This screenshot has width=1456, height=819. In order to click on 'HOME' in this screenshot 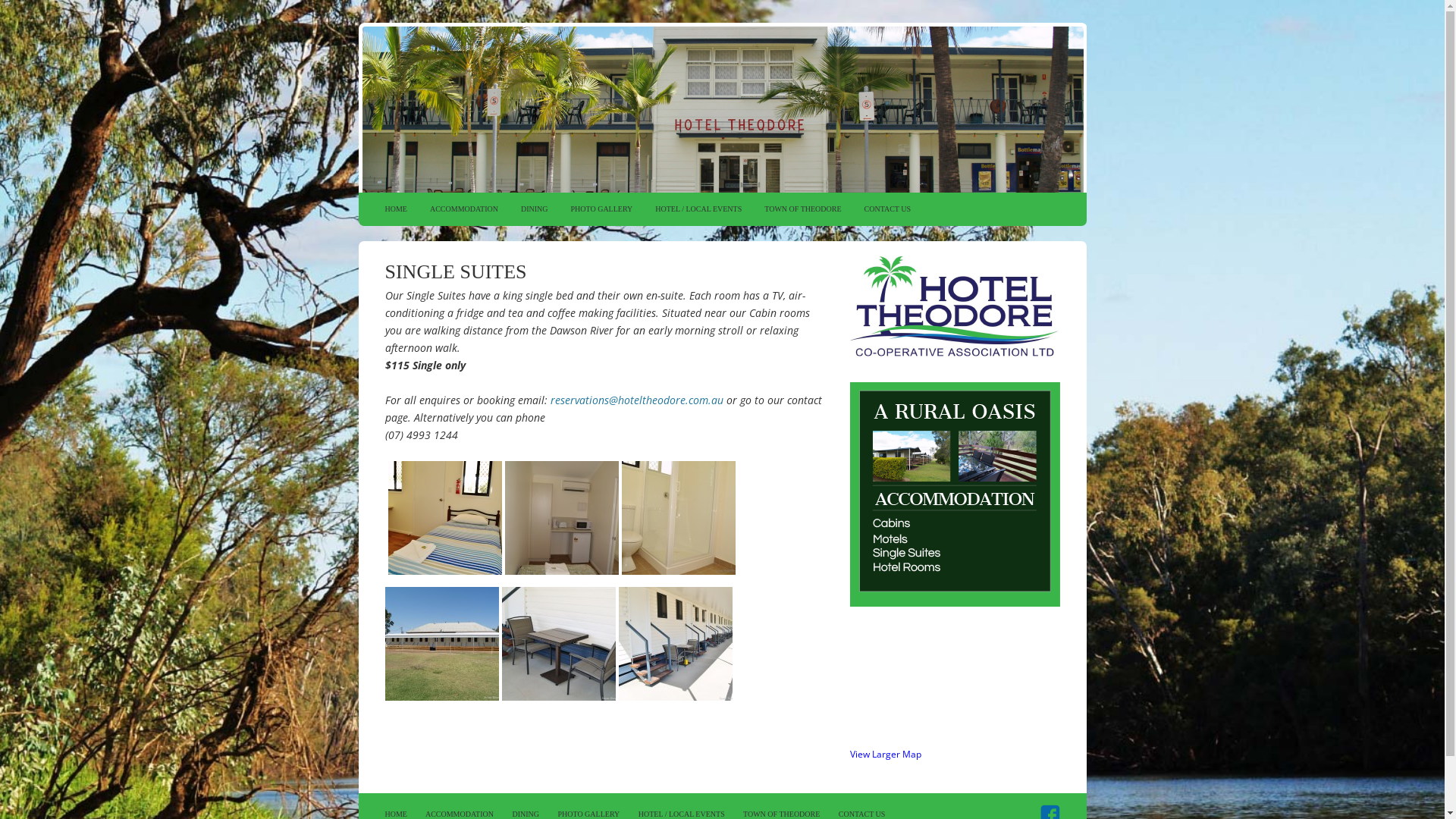, I will do `click(395, 209)`.